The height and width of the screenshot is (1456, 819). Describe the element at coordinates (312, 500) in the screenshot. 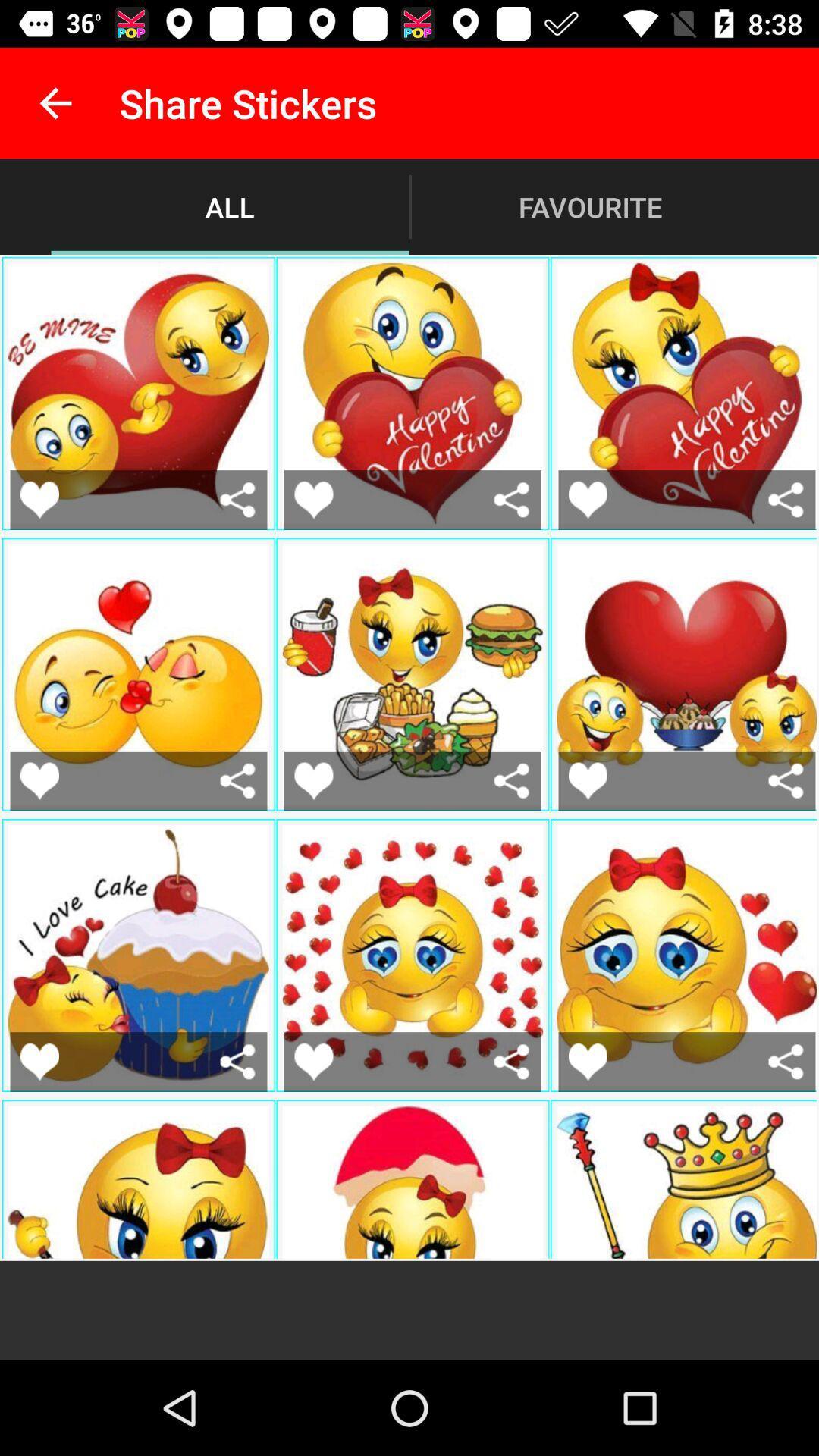

I see `mark as favorite` at that location.